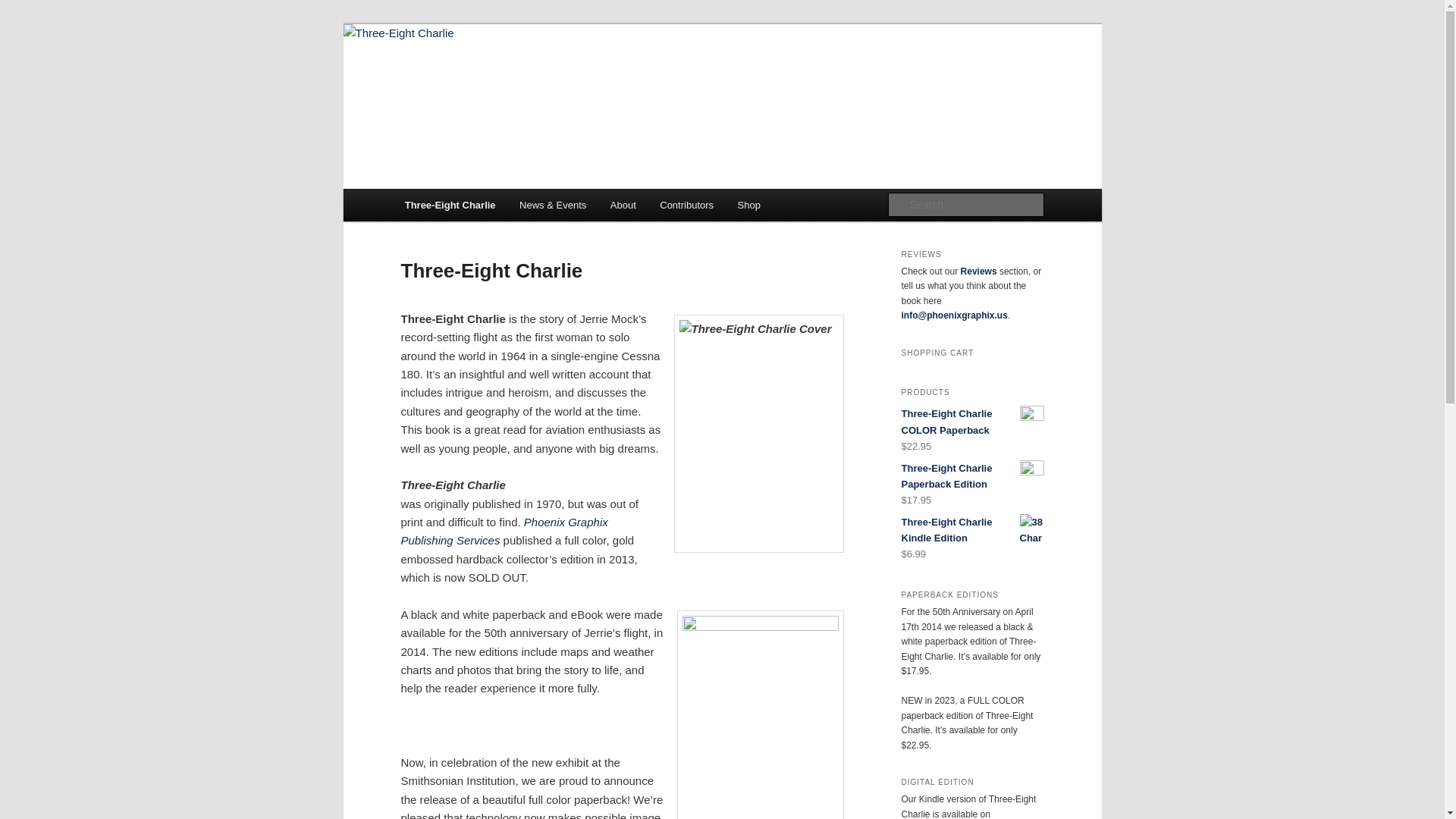 The image size is (1456, 819). Describe the element at coordinates (724, 205) in the screenshot. I see `'Shop'` at that location.